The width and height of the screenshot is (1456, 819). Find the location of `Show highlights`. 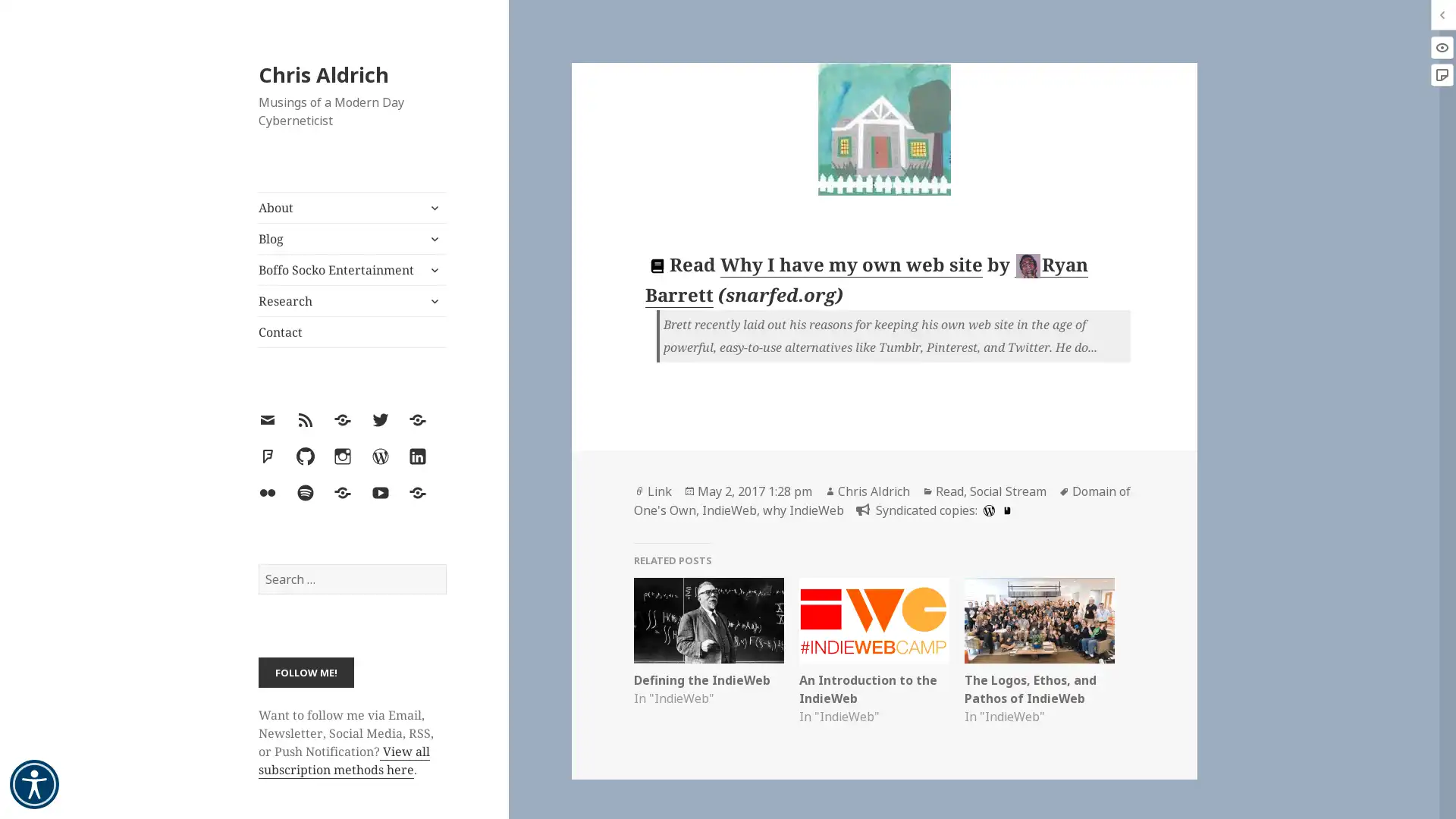

Show highlights is located at coordinates (1441, 46).